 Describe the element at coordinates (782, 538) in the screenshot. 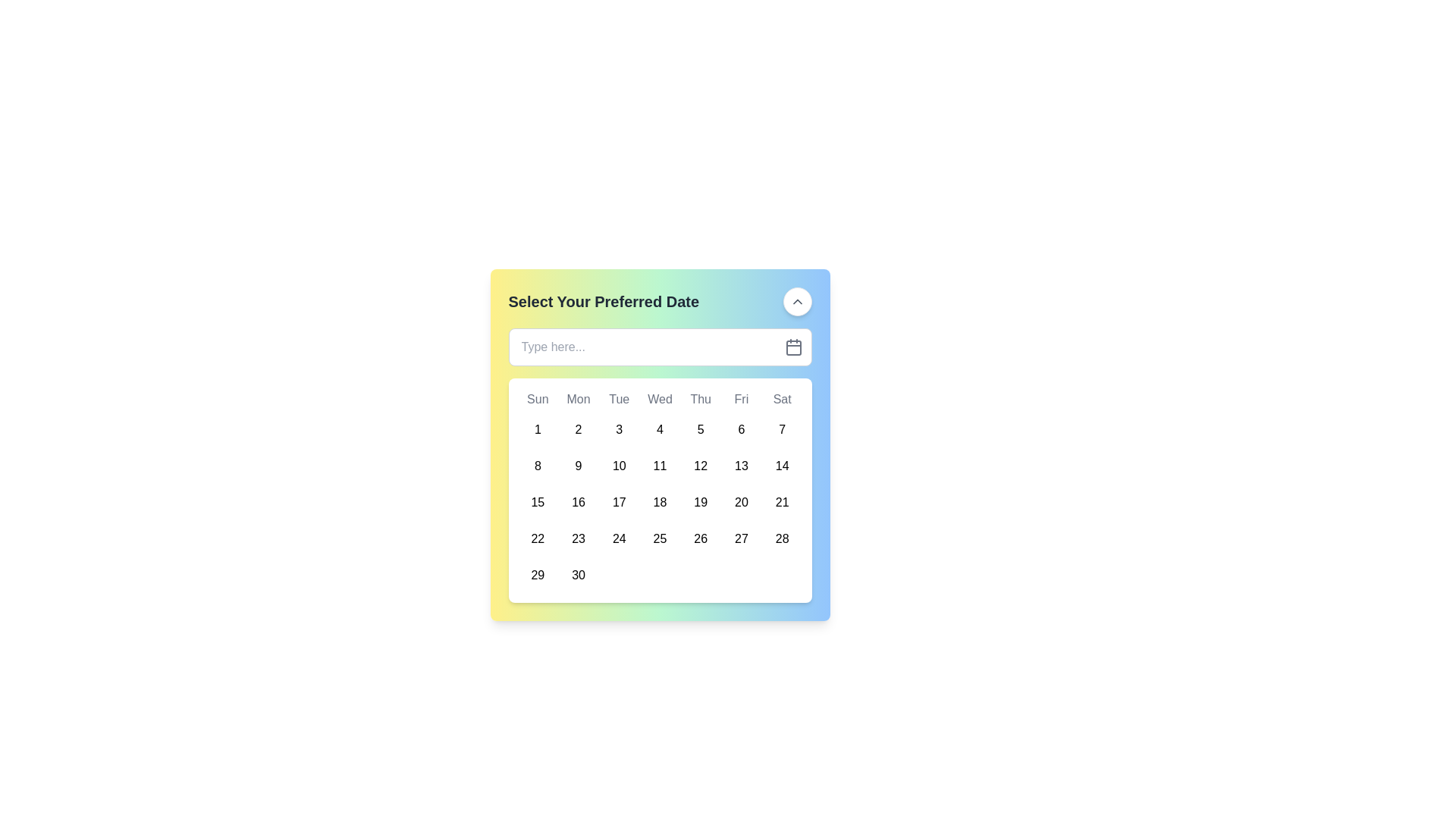

I see `the circular button with a white background and the text '28' centered inside it` at that location.